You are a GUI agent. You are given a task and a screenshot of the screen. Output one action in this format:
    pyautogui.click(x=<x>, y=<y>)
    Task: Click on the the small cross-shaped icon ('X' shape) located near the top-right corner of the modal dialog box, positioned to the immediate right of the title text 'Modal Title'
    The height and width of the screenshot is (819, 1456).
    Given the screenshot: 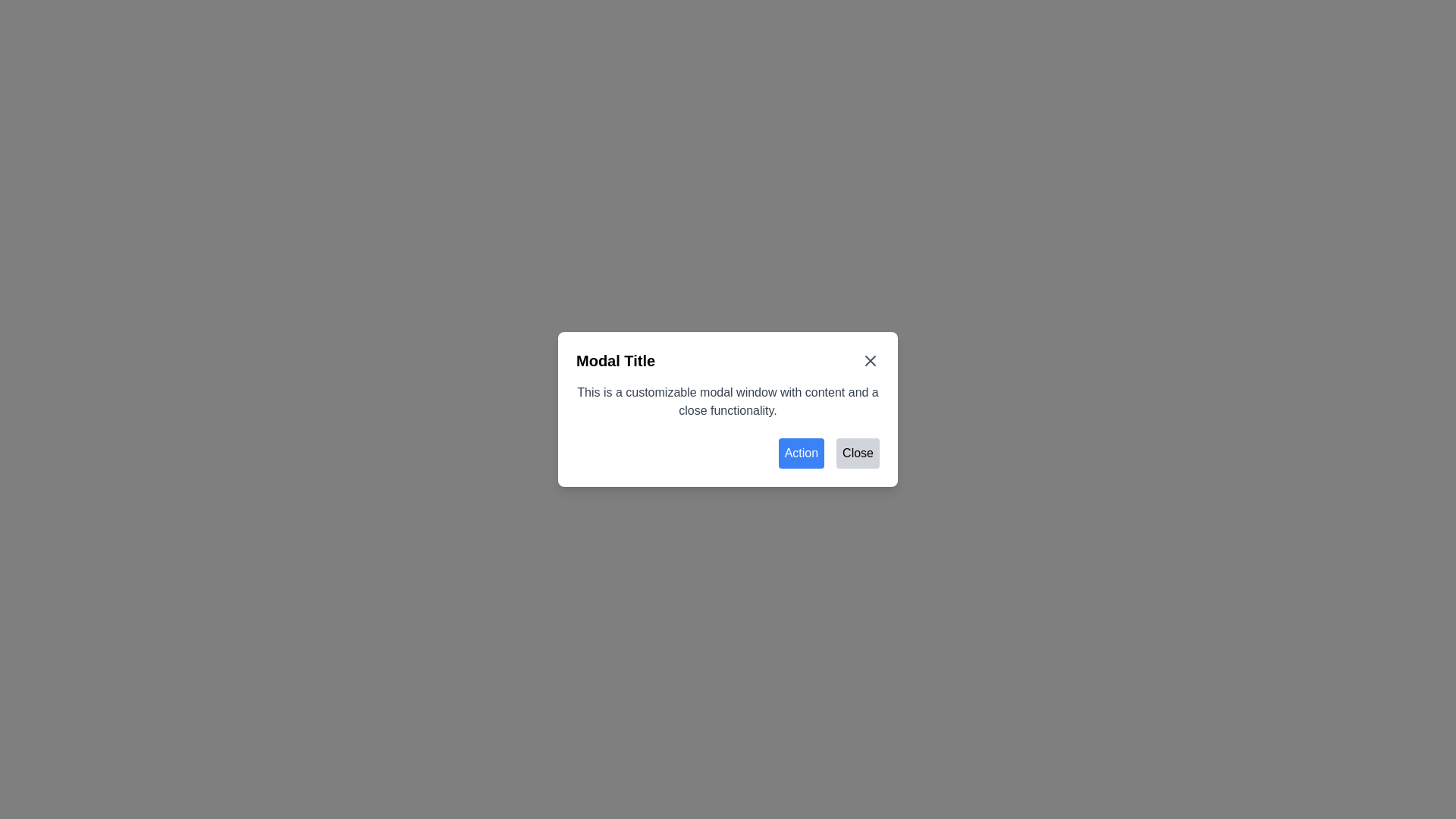 What is the action you would take?
    pyautogui.click(x=870, y=360)
    